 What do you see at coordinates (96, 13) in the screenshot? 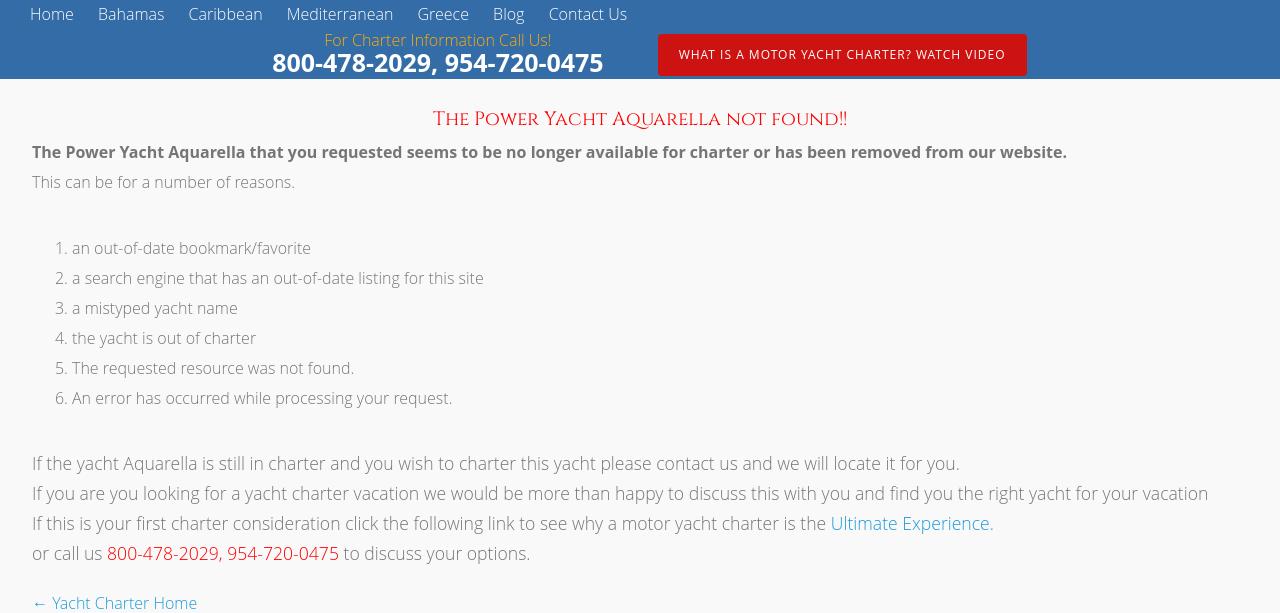
I see `'Bahamas'` at bounding box center [96, 13].